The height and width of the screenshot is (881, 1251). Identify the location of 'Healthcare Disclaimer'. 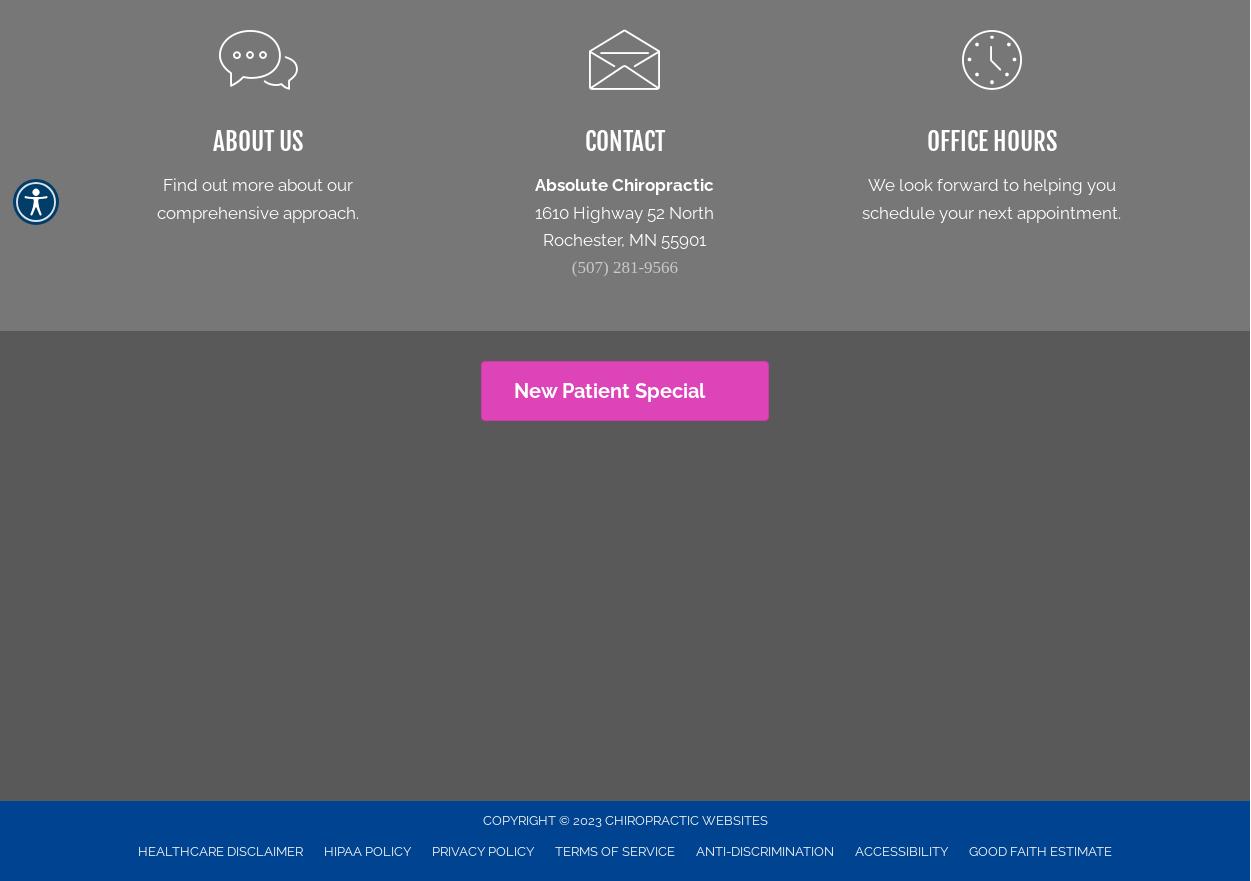
(219, 851).